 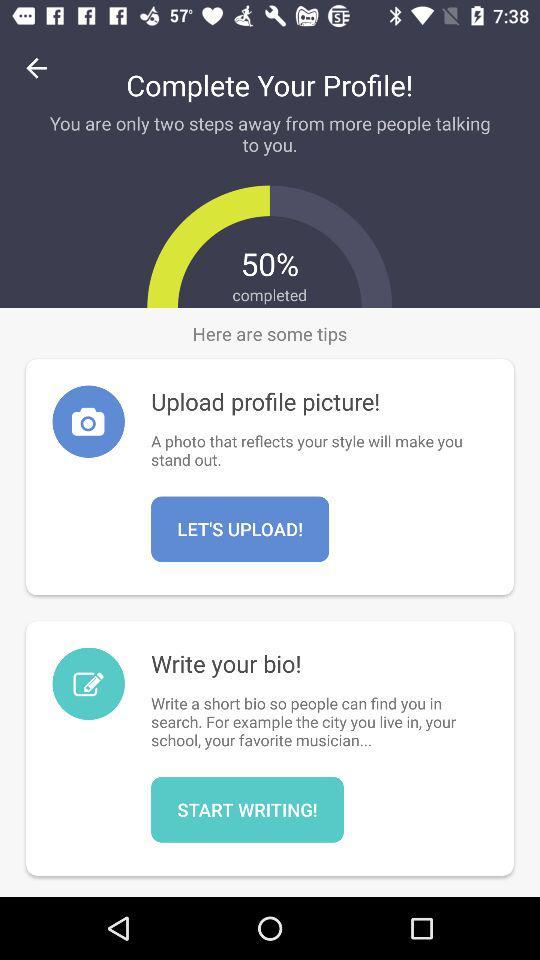 What do you see at coordinates (36, 68) in the screenshot?
I see `the item above you are only` at bounding box center [36, 68].